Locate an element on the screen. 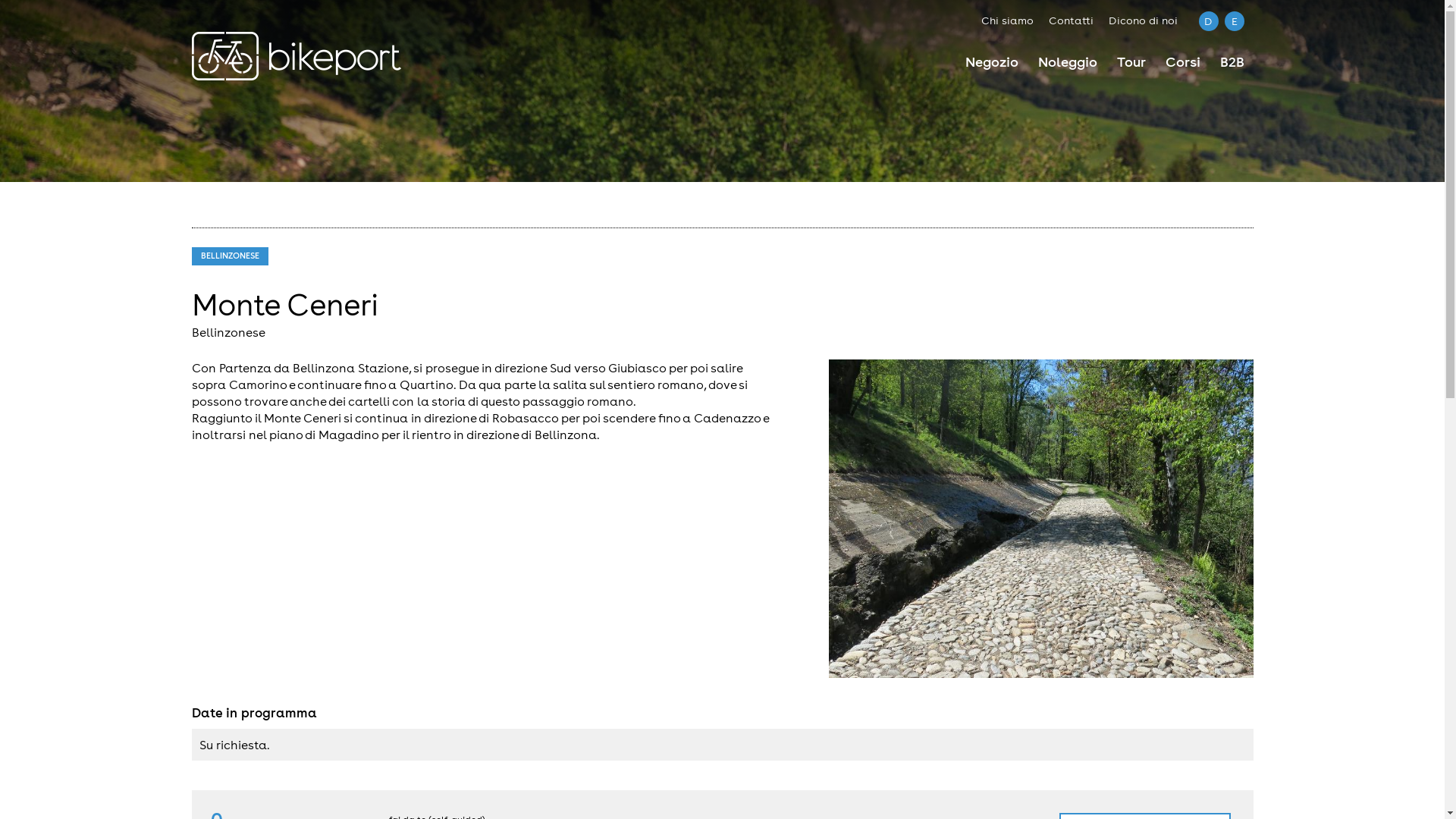 Image resolution: width=1456 pixels, height=819 pixels. 'E' is located at coordinates (1234, 20).